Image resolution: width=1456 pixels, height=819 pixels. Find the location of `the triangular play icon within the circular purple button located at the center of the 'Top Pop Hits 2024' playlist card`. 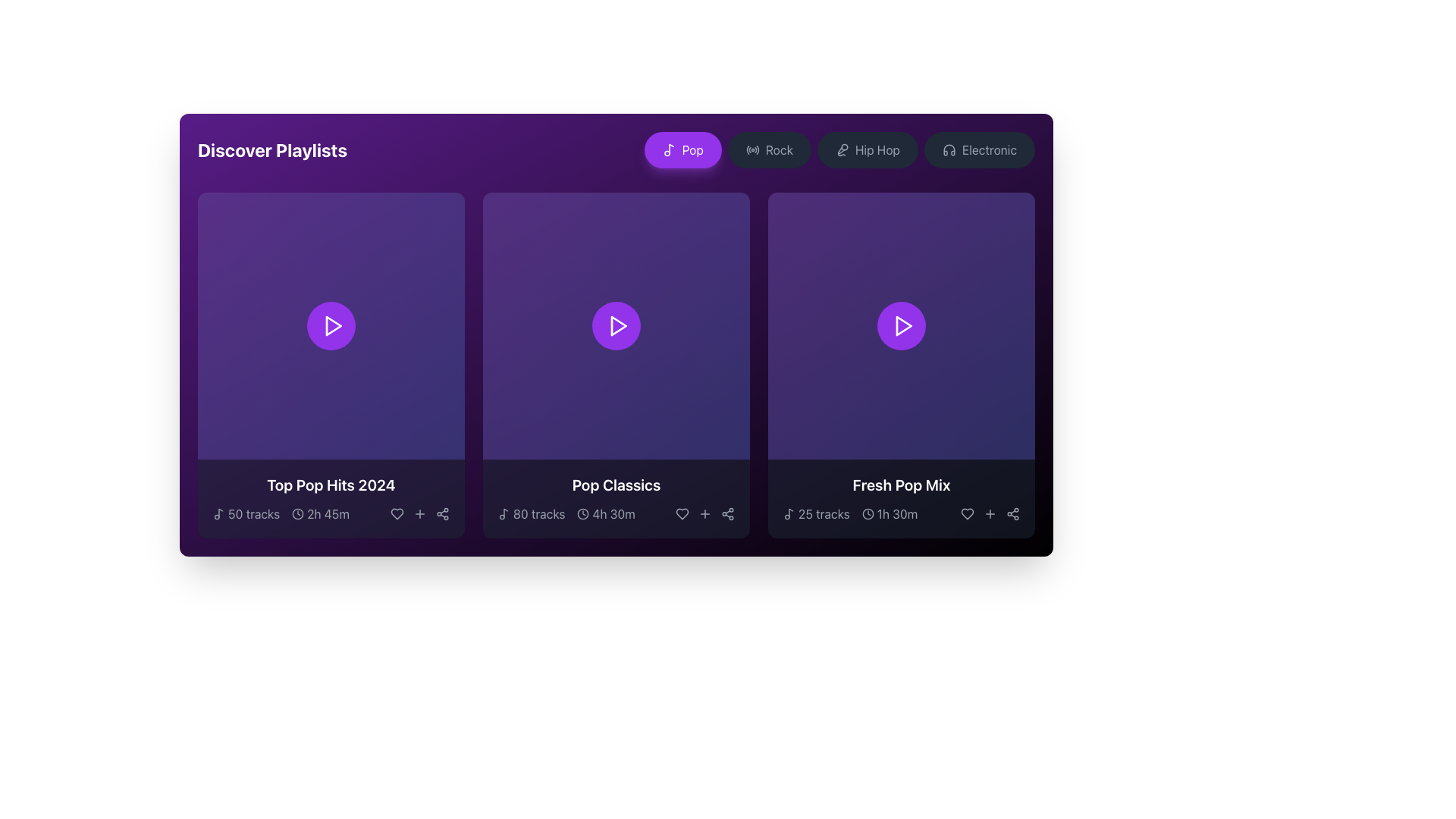

the triangular play icon within the circular purple button located at the center of the 'Top Pop Hits 2024' playlist card is located at coordinates (331, 325).